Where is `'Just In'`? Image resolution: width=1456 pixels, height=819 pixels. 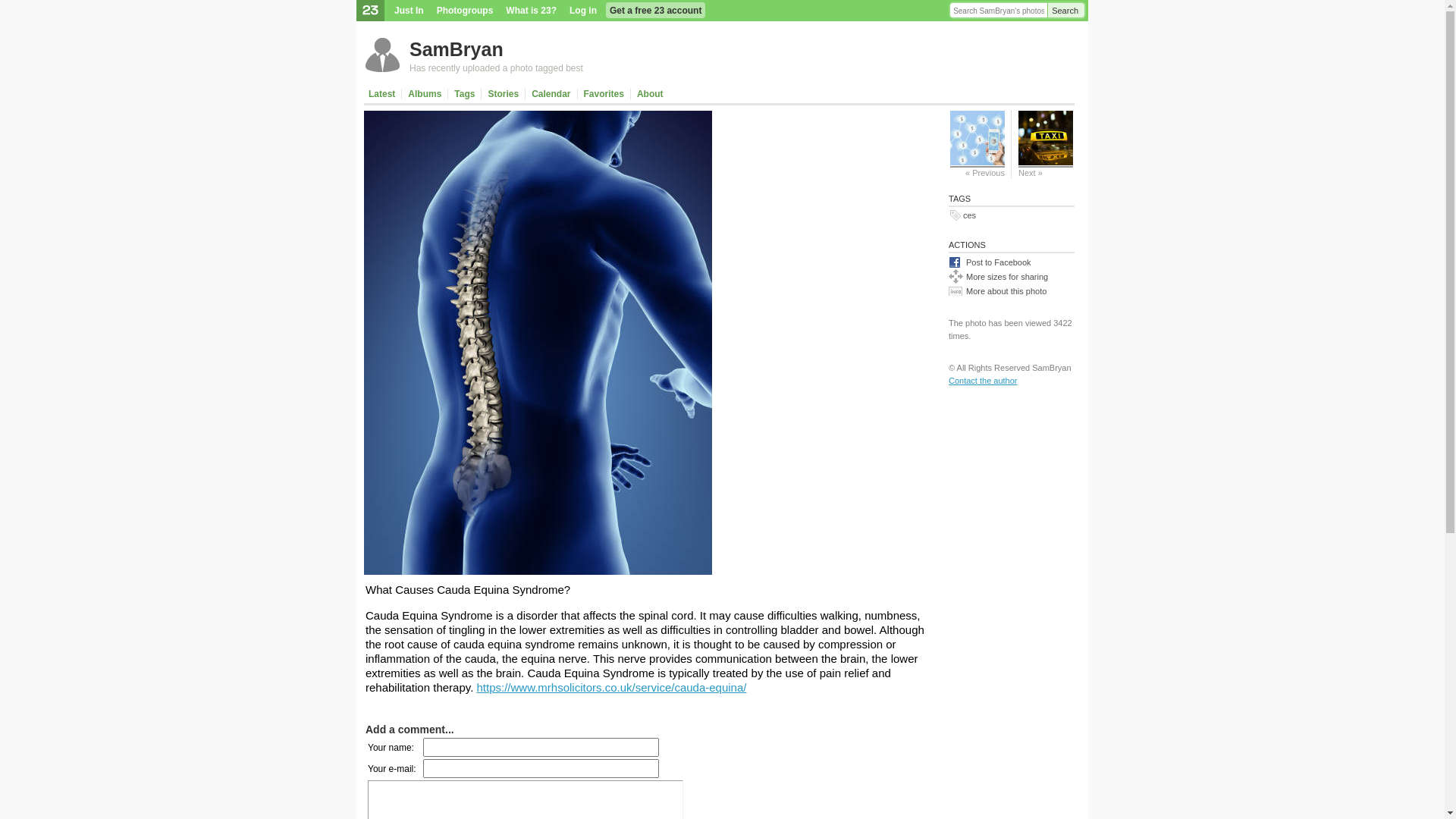
'Just In' is located at coordinates (409, 11).